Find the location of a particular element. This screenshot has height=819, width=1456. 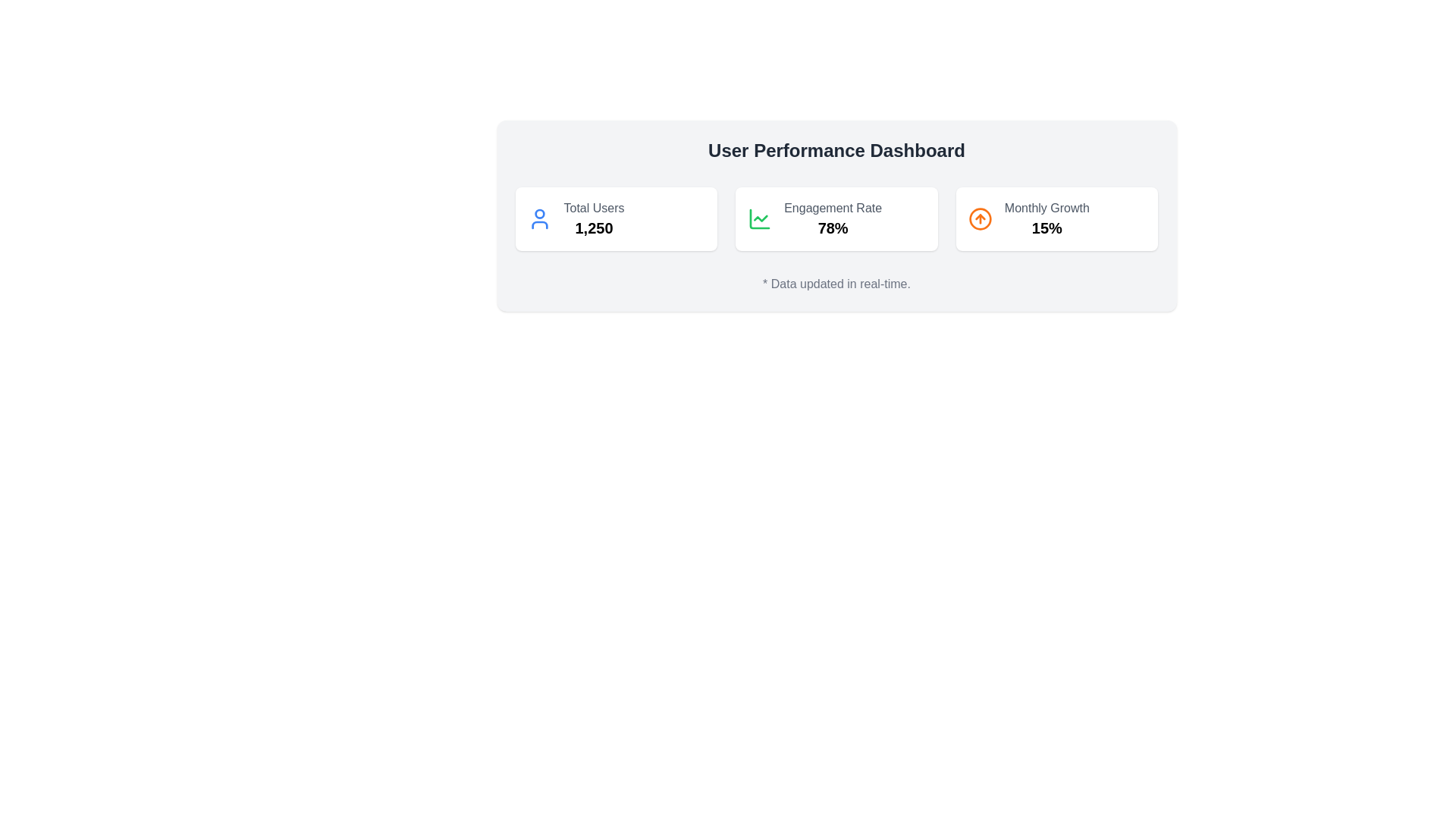

the Text label displaying '78%' in bold and large font within the 'Engagement Rate' section of the dashboard is located at coordinates (832, 227).